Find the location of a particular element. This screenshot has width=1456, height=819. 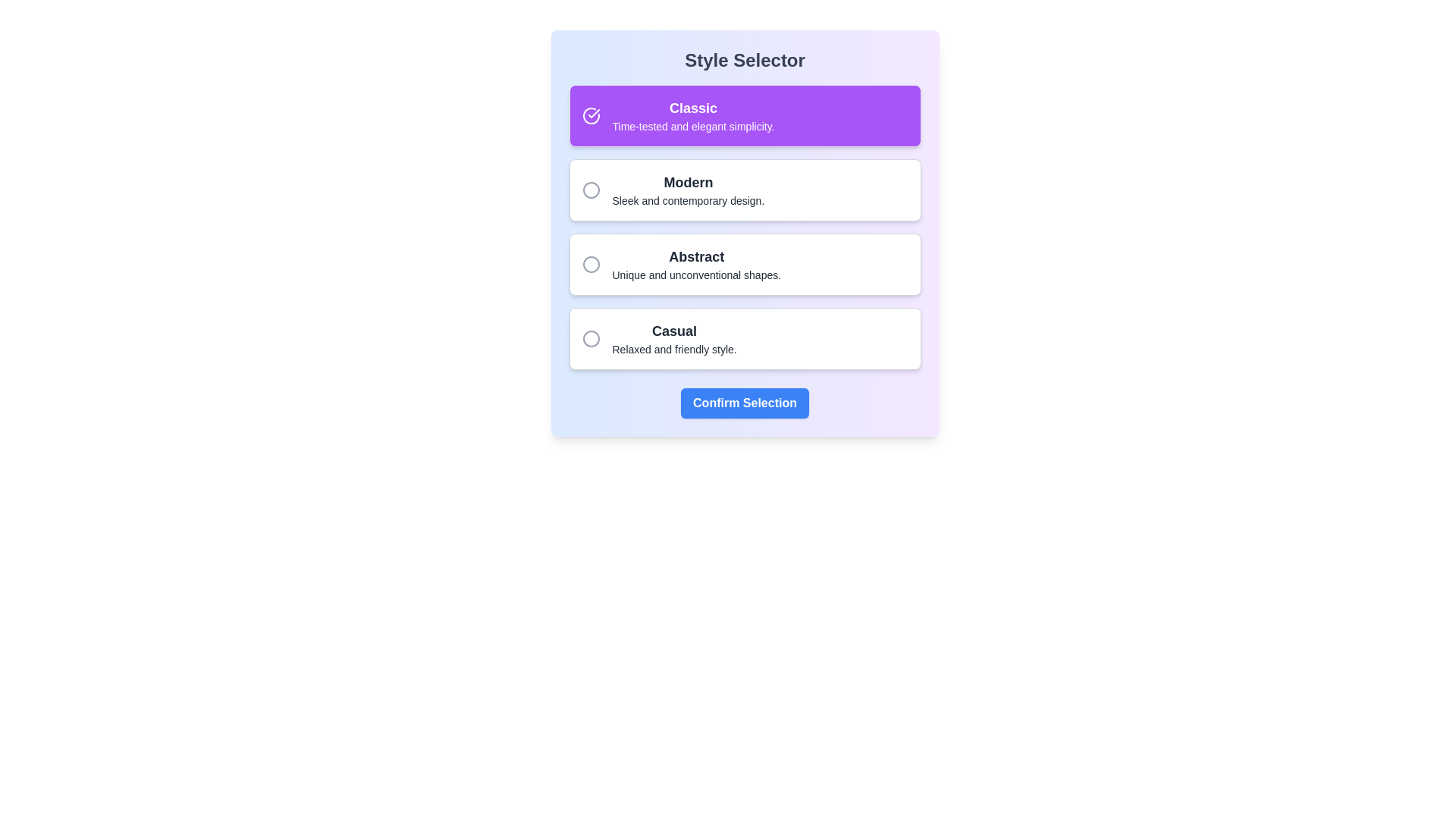

the modal titled 'Style Selector' with a gradient background and rounded corners, located at the center of the viewport is located at coordinates (745, 234).